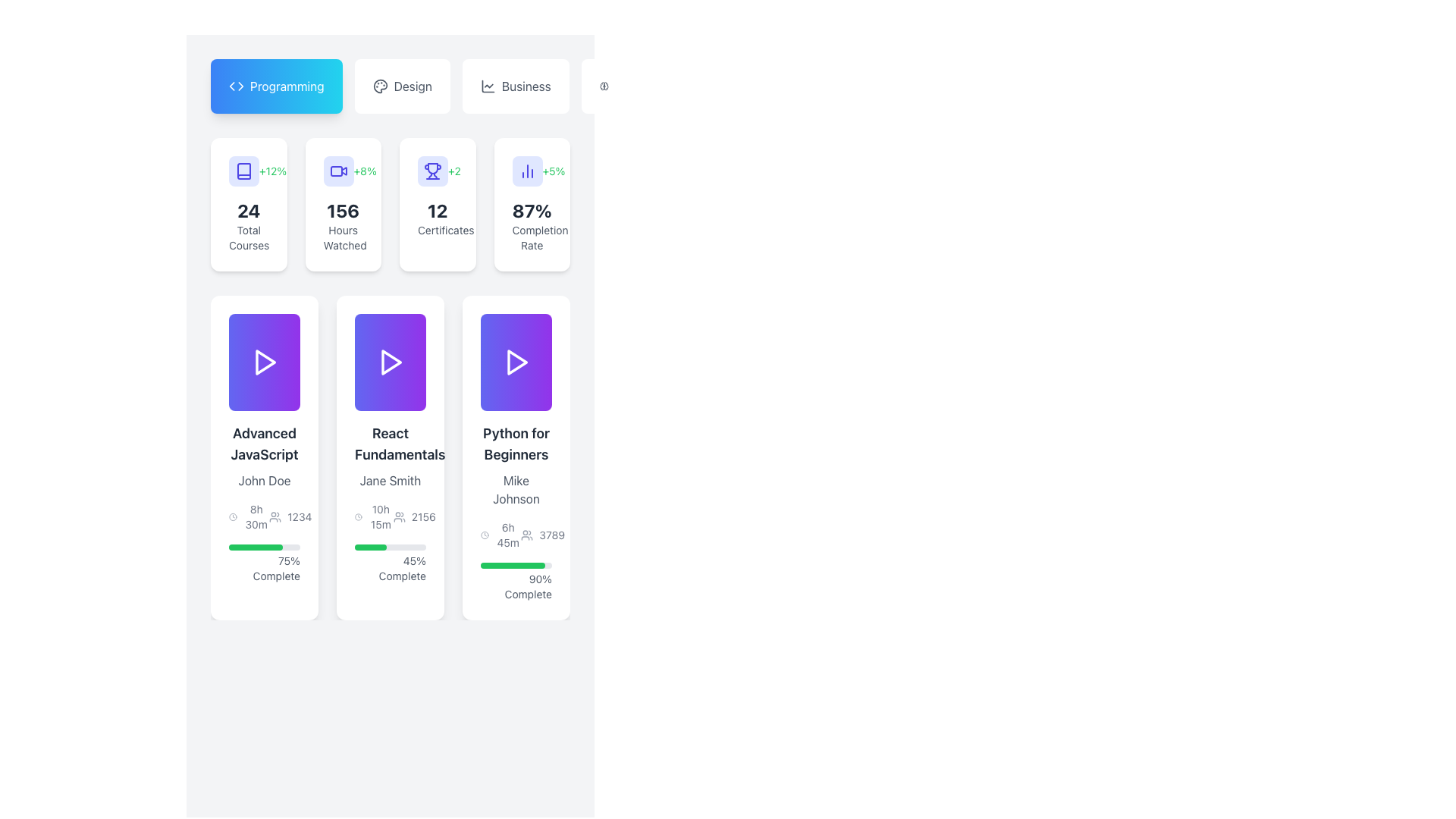 The height and width of the screenshot is (819, 1456). I want to click on the icon representing users or participants, which is located to the left of the numerical label '1234' within the 'Advanced JavaScript' card, so click(275, 516).